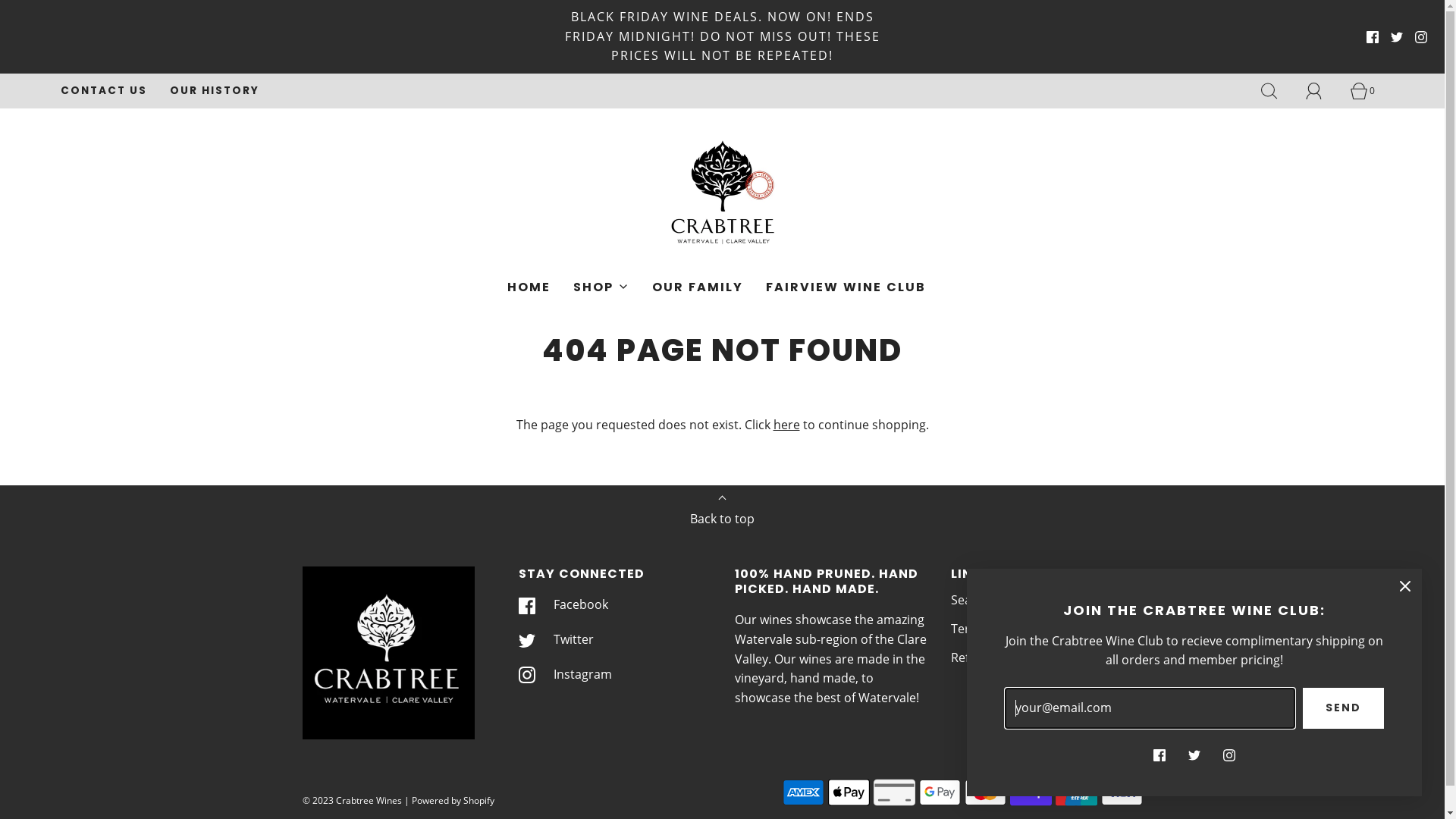  I want to click on 'INSTAGRAM ICON', so click(1414, 36).